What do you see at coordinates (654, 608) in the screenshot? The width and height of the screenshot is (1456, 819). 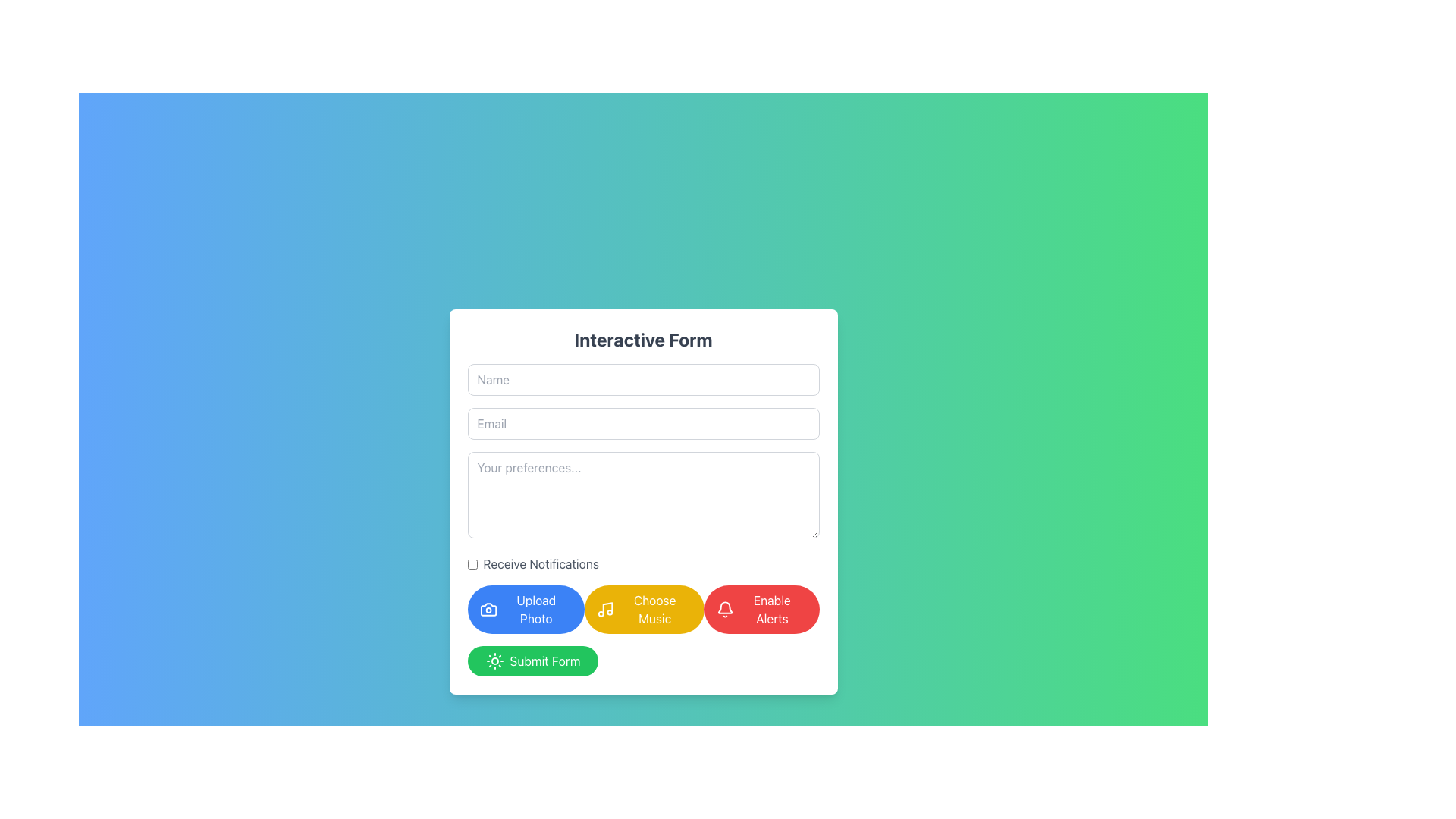 I see `the 'Choose Music' text label, which is part of a yellow rounded rectangular button located between the 'Upload Photo' button and the 'Enable Alerts' button` at bounding box center [654, 608].